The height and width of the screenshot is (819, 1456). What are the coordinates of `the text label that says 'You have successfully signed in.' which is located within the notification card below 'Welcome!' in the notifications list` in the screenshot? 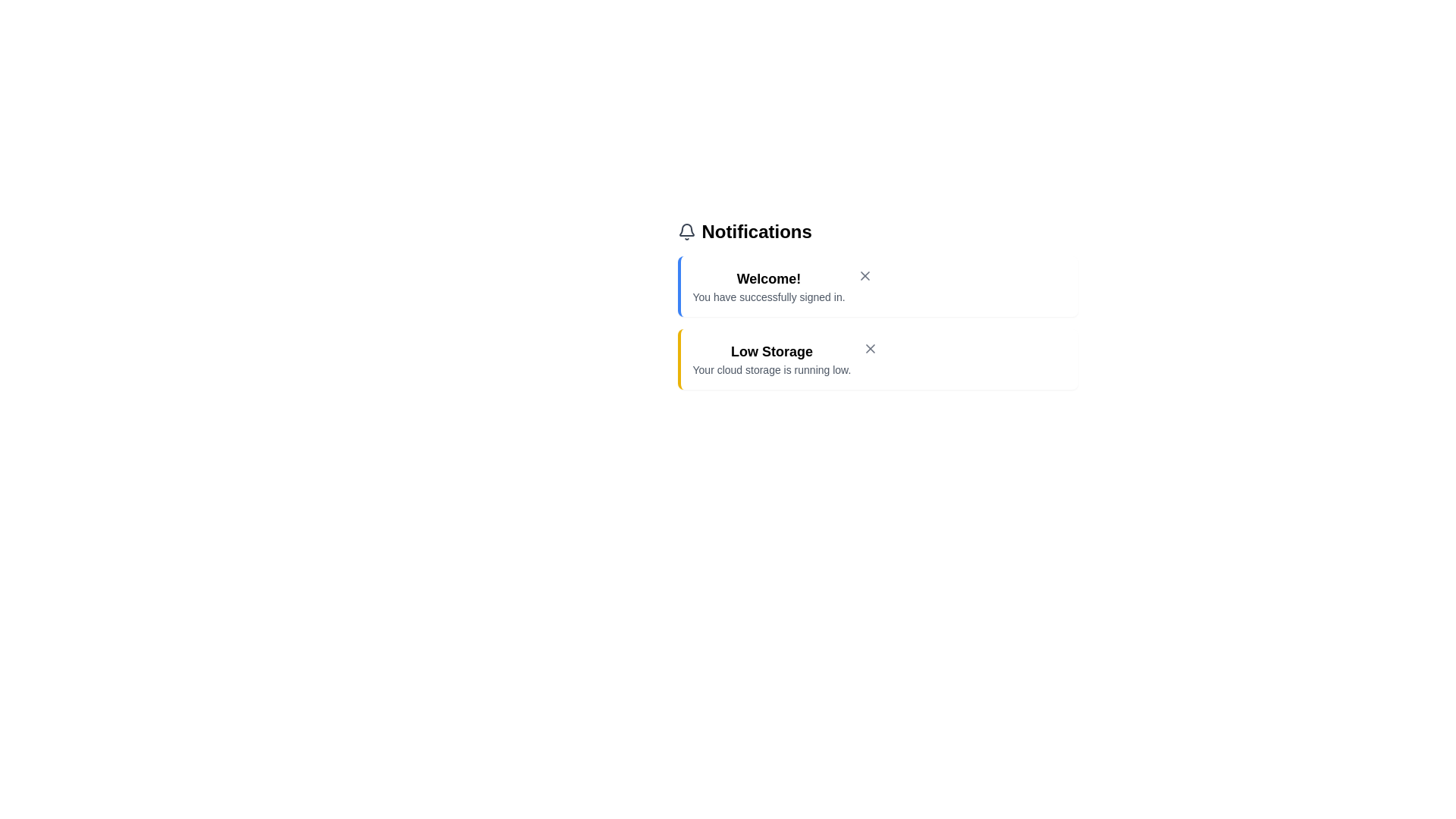 It's located at (768, 297).